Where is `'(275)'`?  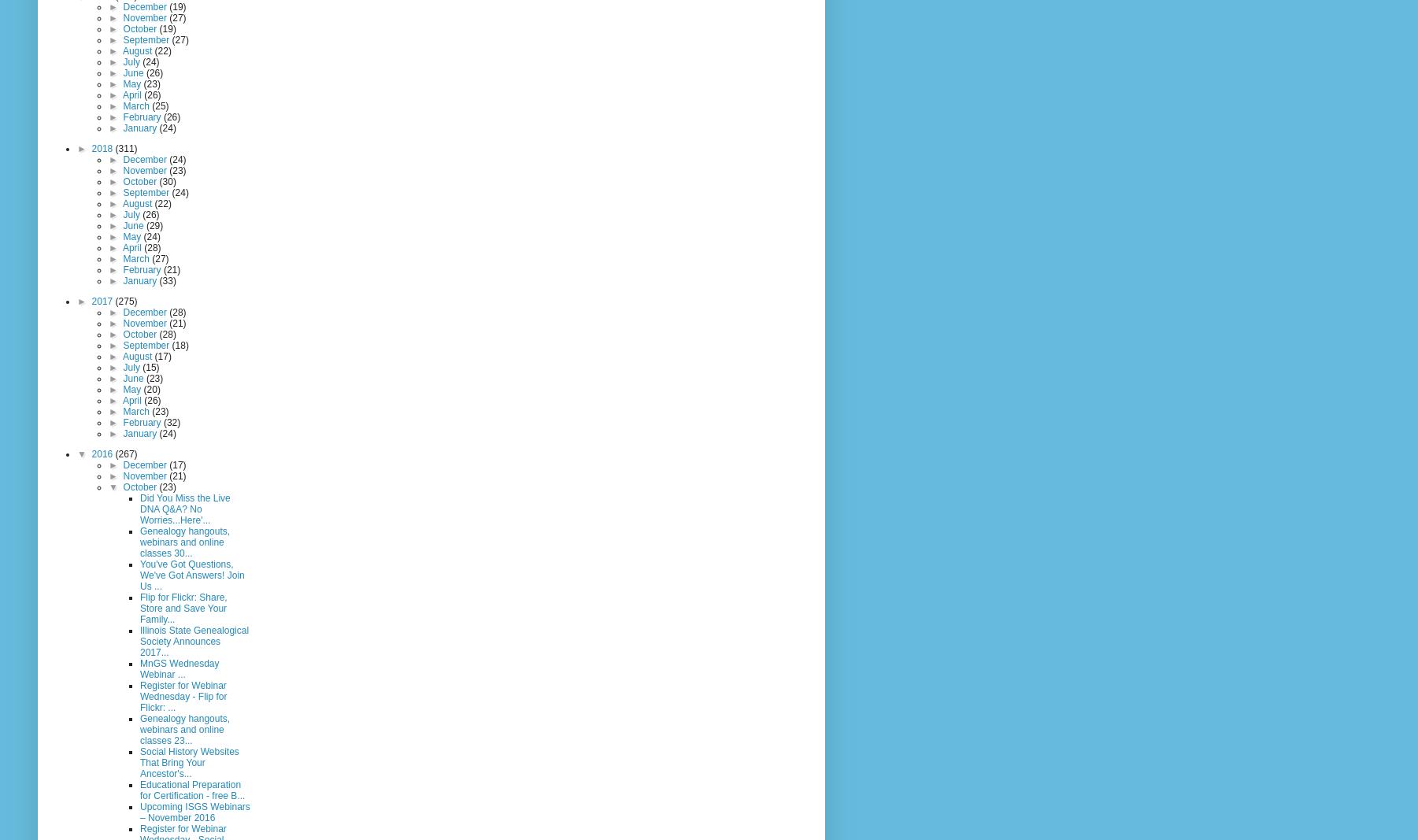 '(275)' is located at coordinates (125, 299).